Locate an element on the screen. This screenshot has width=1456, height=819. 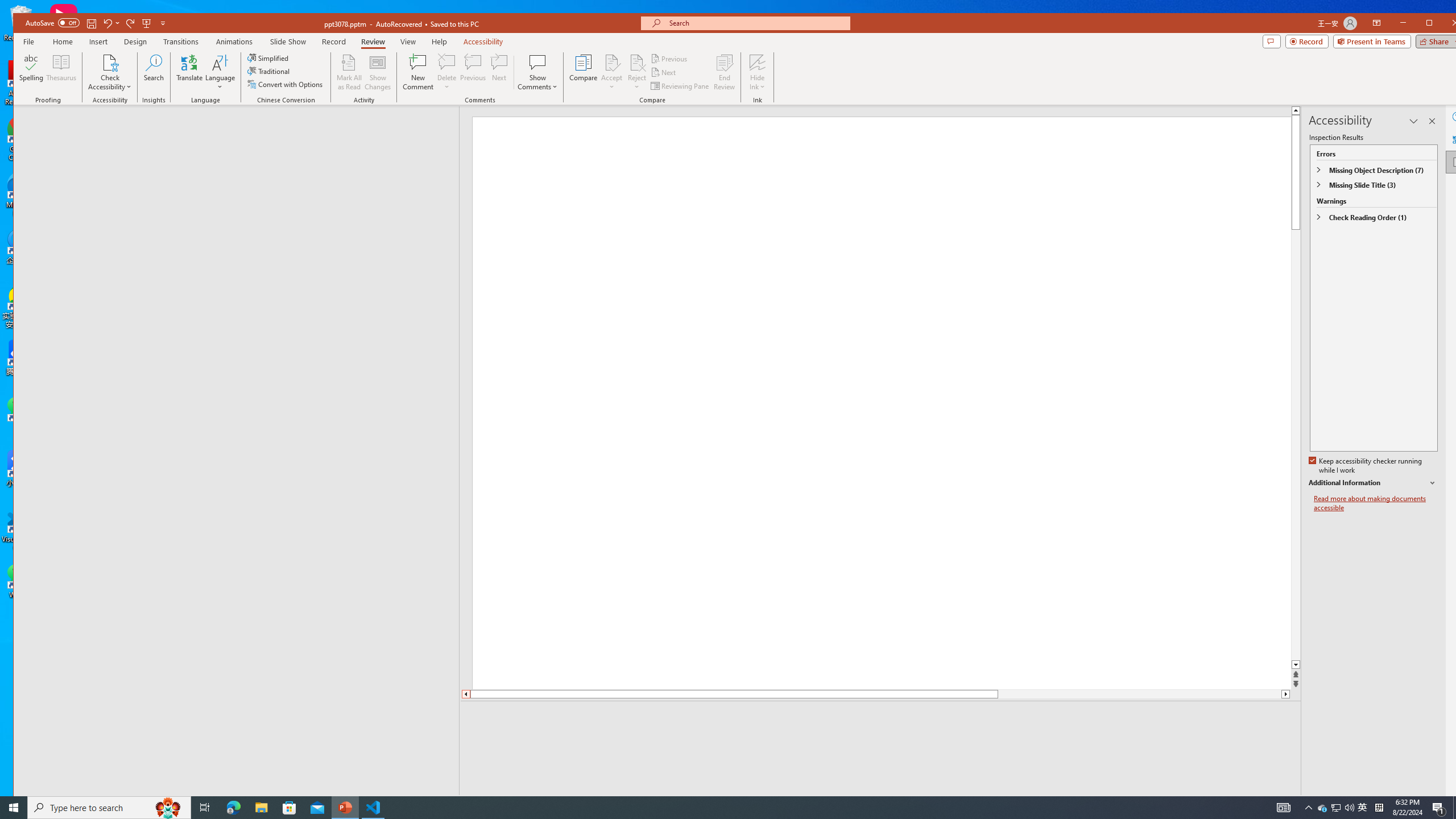
'Show Comments' is located at coordinates (537, 72).